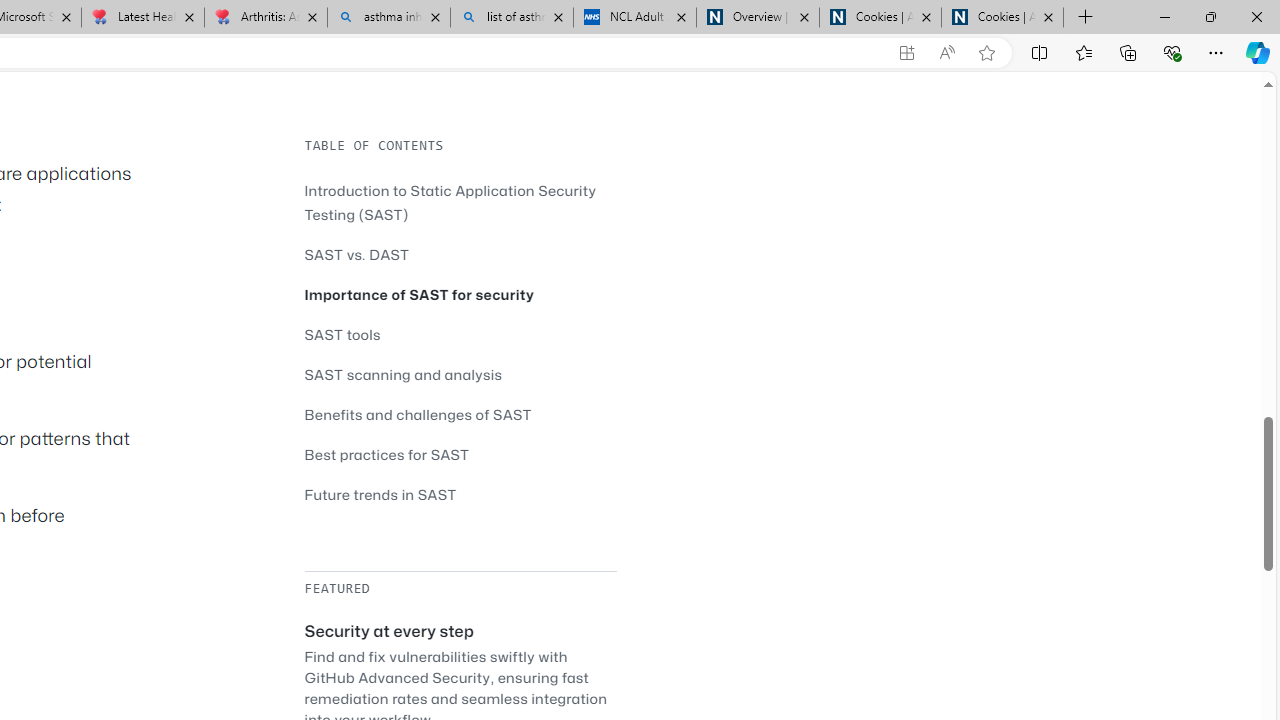  Describe the element at coordinates (633, 17) in the screenshot. I see `'NCL Adult Asthma Inhaler Choice Guideline'` at that location.